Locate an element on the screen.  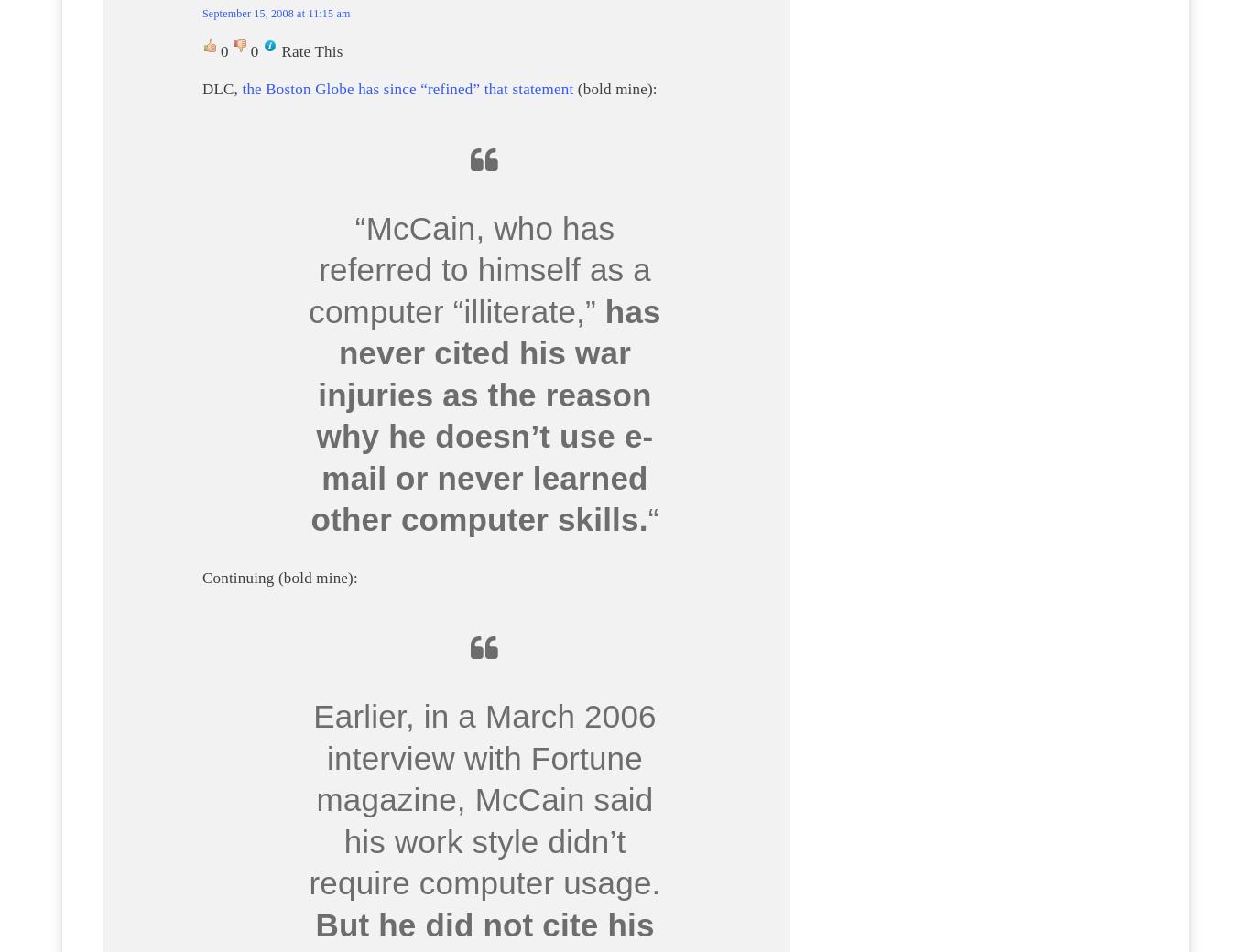
'(bold mine):' is located at coordinates (614, 88).